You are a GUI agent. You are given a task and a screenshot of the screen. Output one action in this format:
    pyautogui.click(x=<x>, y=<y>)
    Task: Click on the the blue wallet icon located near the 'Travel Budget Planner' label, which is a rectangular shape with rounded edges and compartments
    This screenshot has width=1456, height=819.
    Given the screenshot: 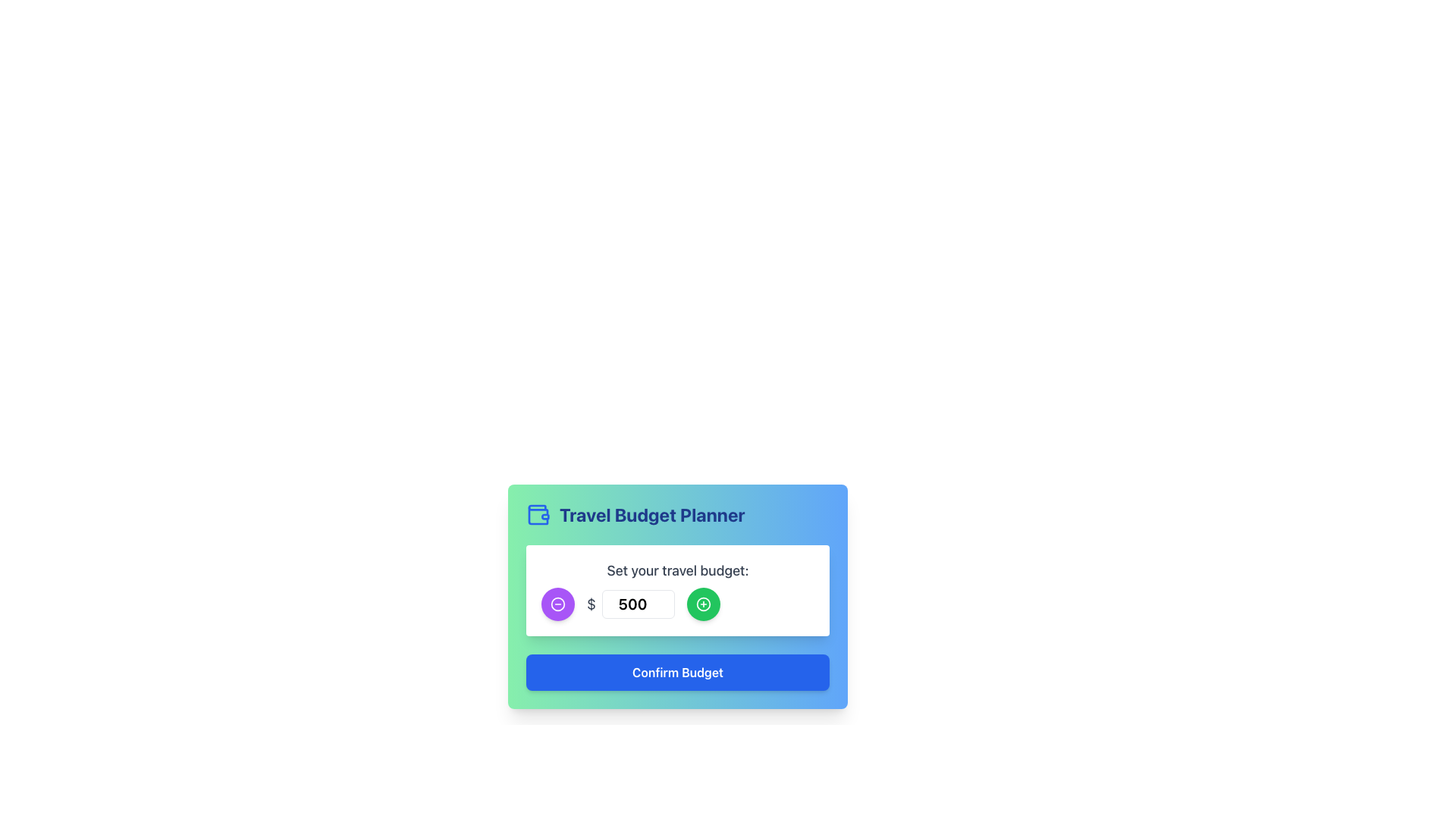 What is the action you would take?
    pyautogui.click(x=538, y=512)
    